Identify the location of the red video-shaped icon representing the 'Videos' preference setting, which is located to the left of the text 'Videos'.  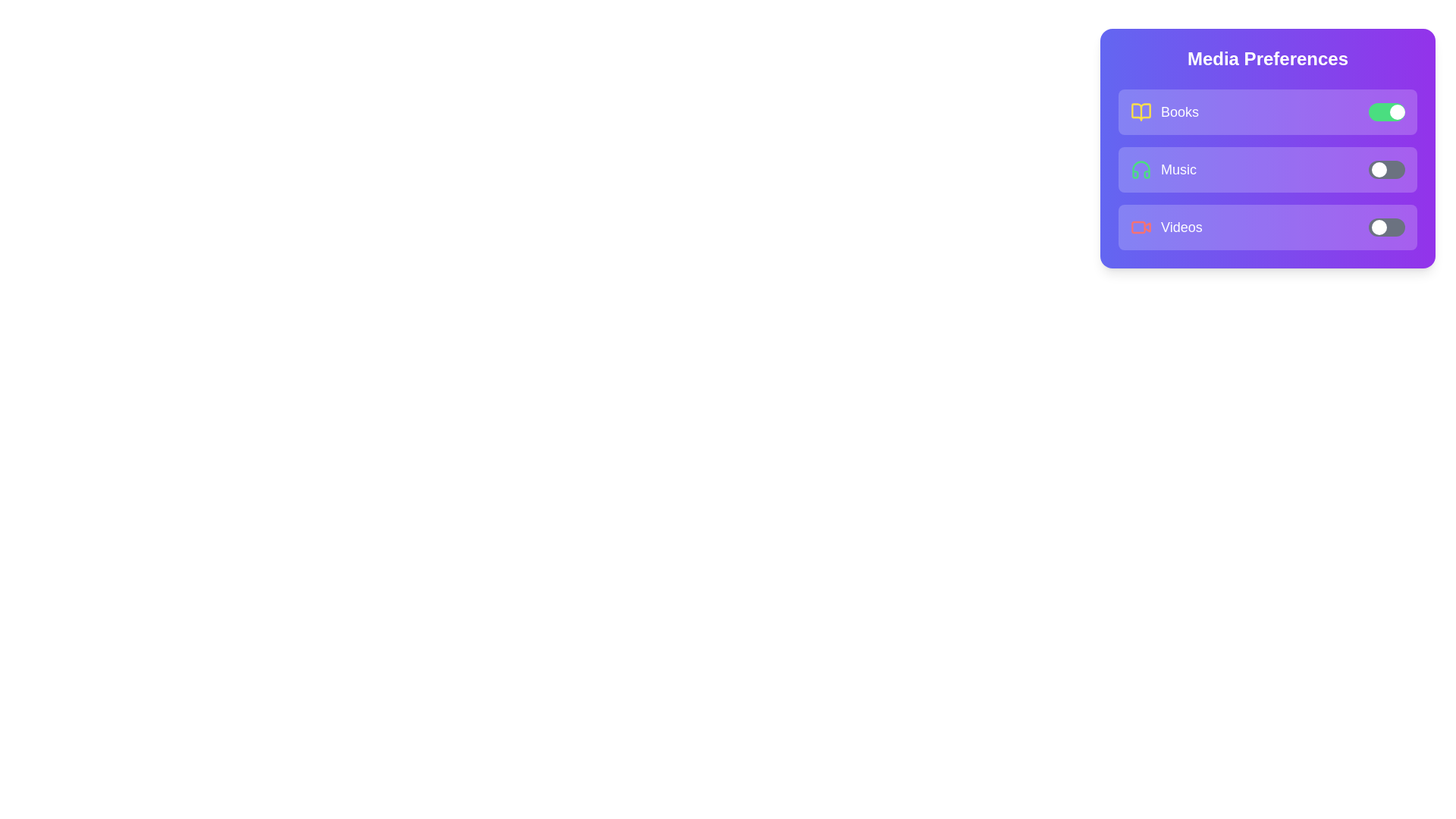
(1147, 227).